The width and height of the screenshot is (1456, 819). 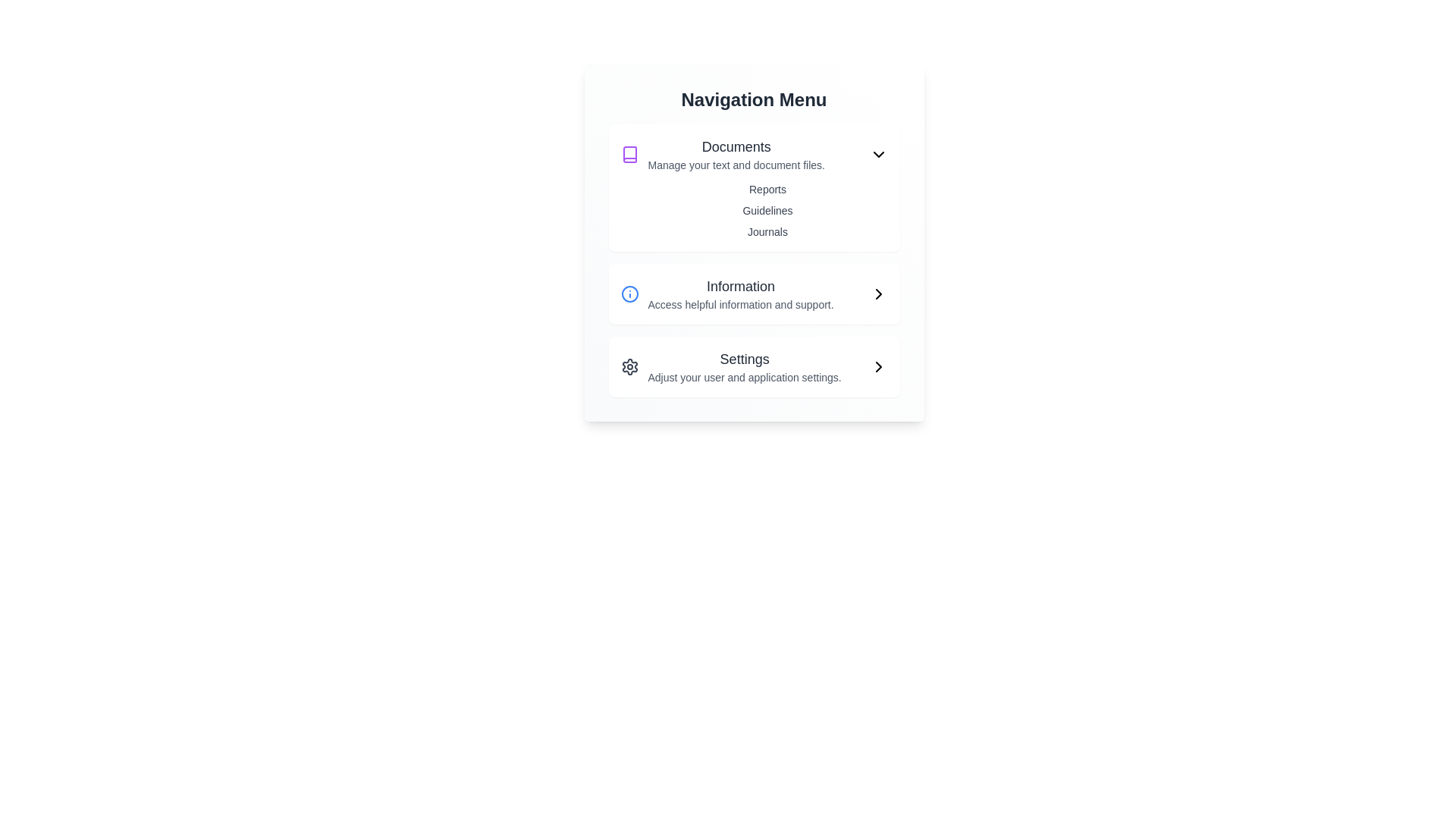 What do you see at coordinates (745, 359) in the screenshot?
I see `the title text in the settings section that provides context for the accompanying options` at bounding box center [745, 359].